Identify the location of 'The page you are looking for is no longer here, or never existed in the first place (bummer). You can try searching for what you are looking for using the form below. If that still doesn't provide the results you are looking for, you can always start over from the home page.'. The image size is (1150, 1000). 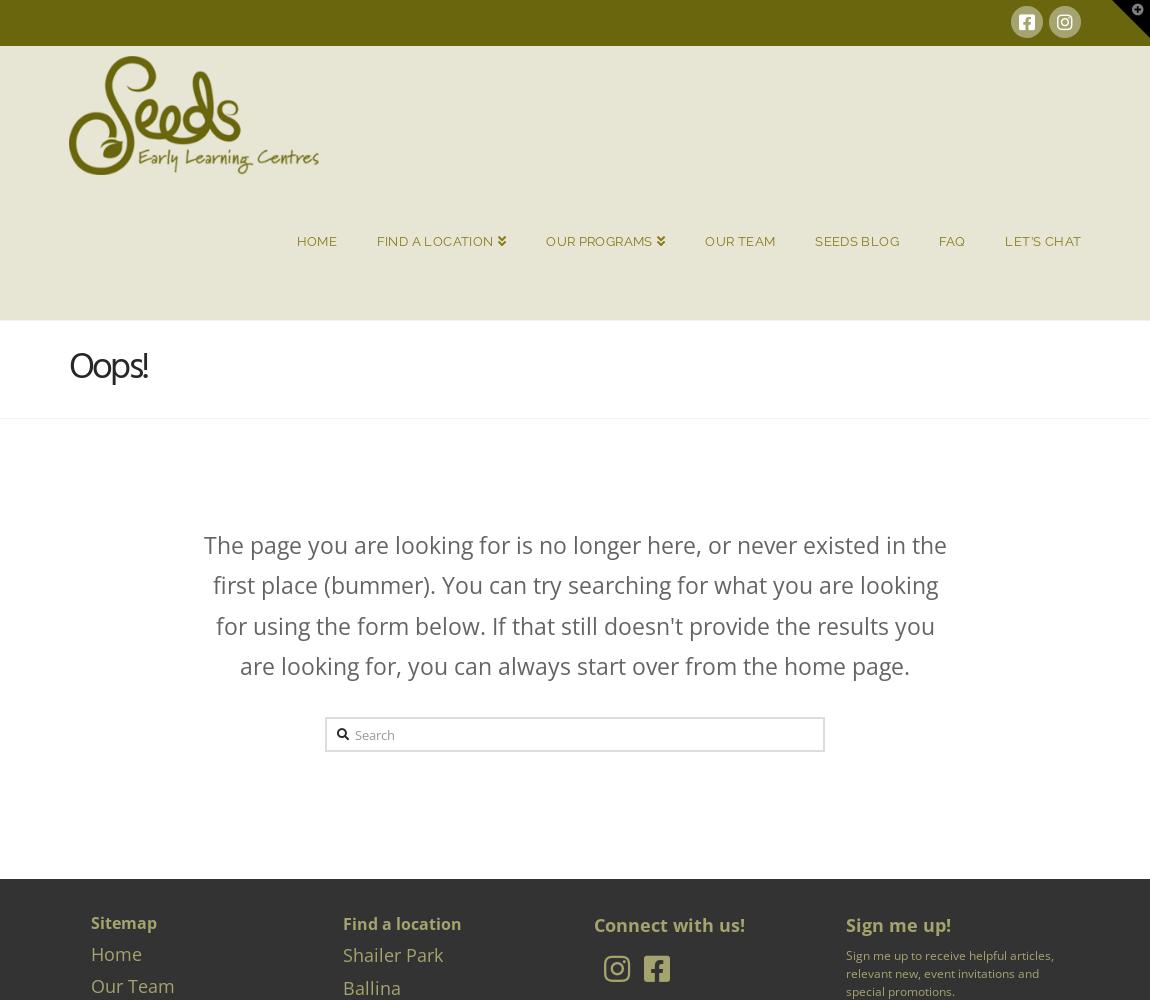
(574, 604).